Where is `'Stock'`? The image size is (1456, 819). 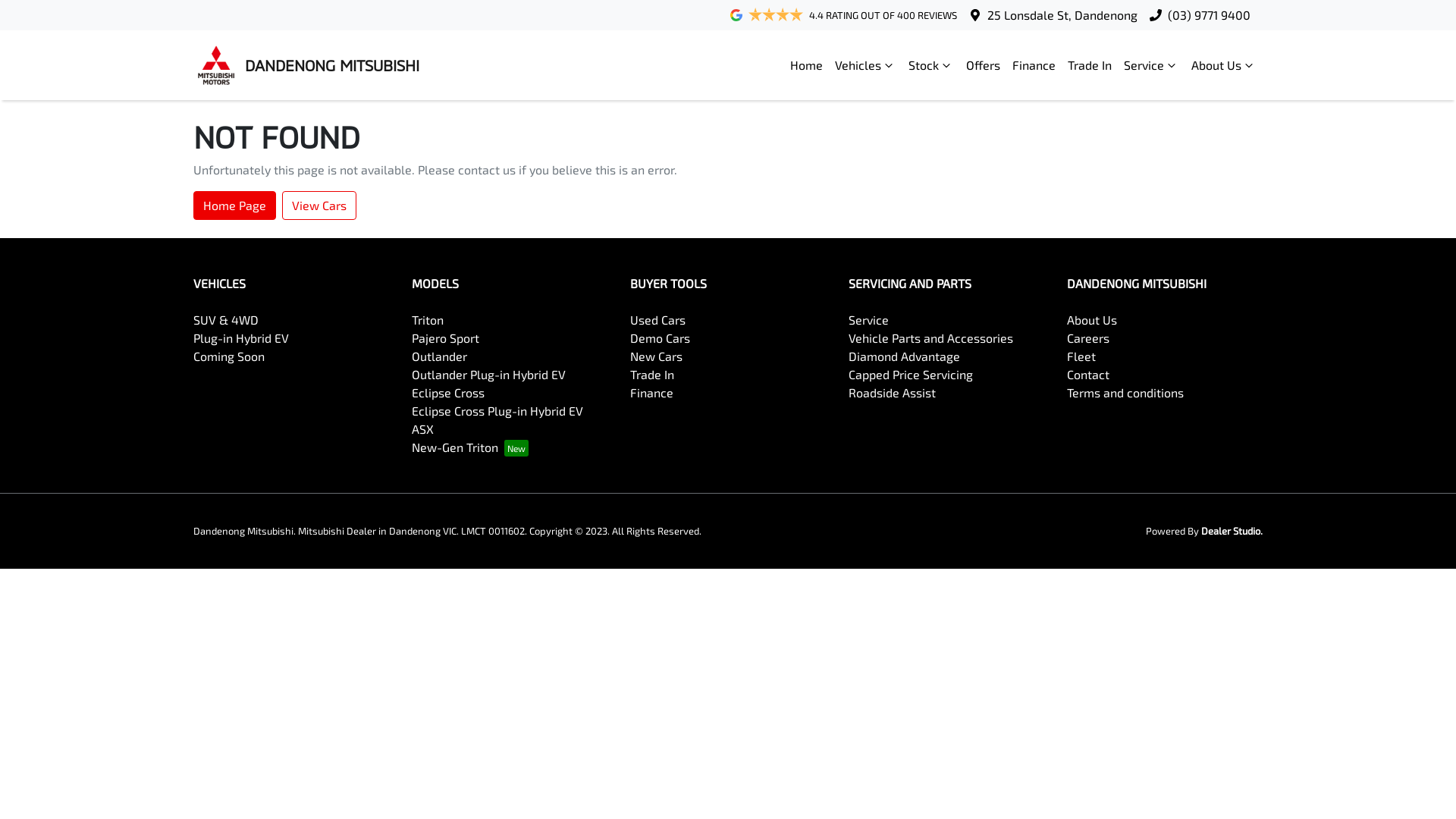
'Stock' is located at coordinates (902, 64).